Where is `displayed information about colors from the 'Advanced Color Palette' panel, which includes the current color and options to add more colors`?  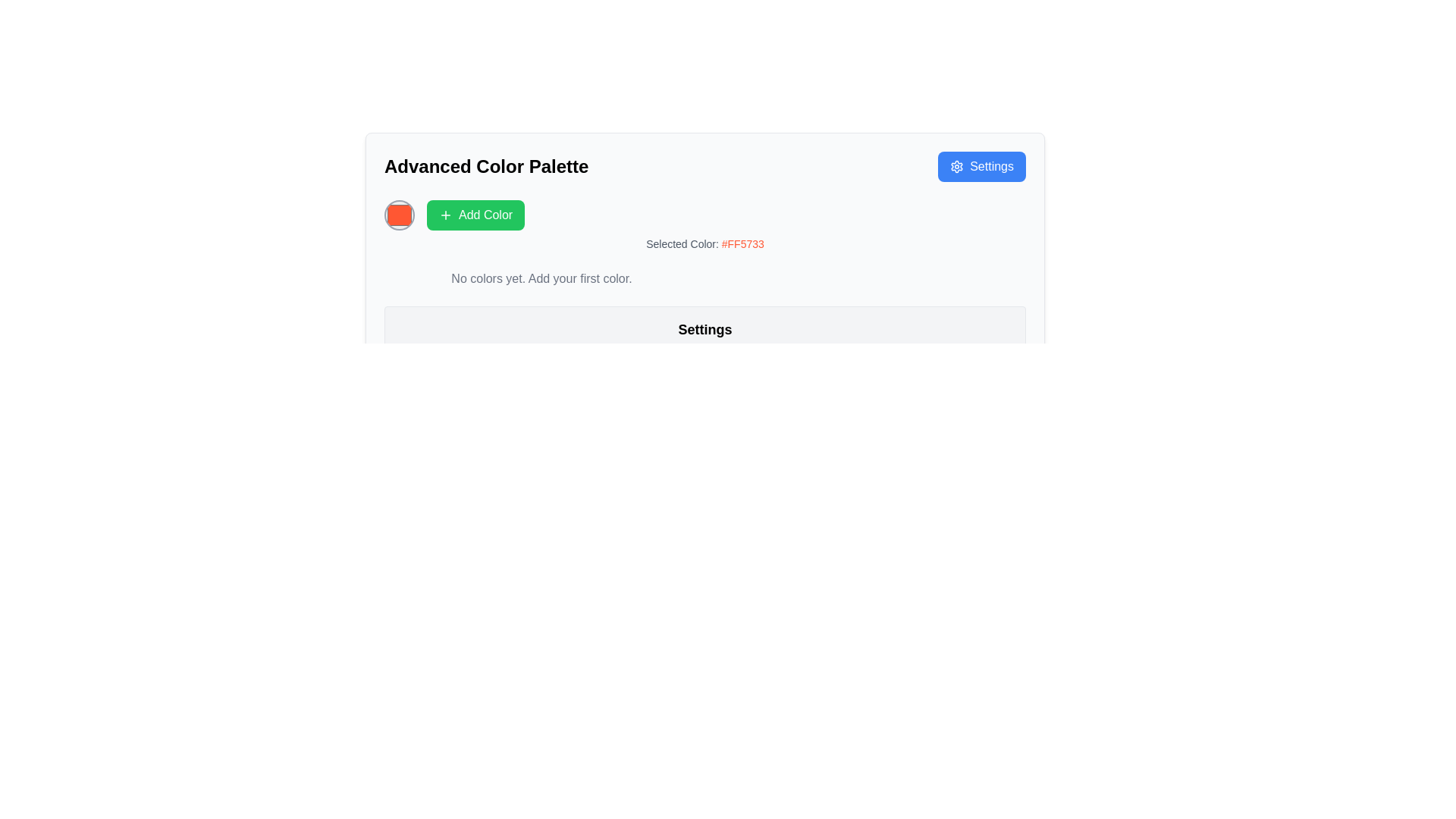
displayed information about colors from the 'Advanced Color Palette' panel, which includes the current color and options to add more colors is located at coordinates (704, 262).